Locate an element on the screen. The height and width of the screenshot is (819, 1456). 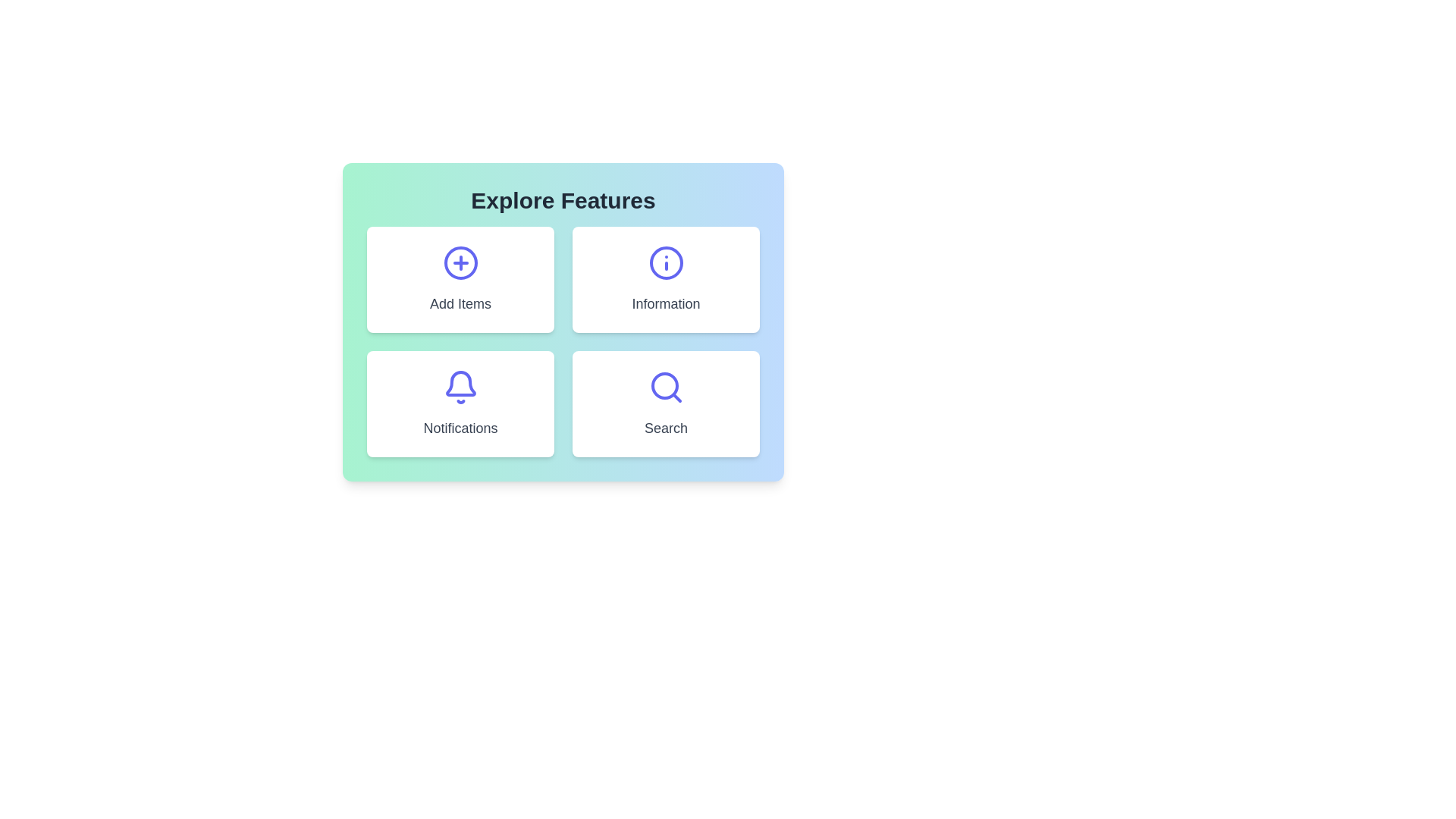
the lower curved section of the bell icon that symbolizes notifications within the 'Notifications' layout in the second row, first column of the grid under 'Explore Features' is located at coordinates (460, 382).